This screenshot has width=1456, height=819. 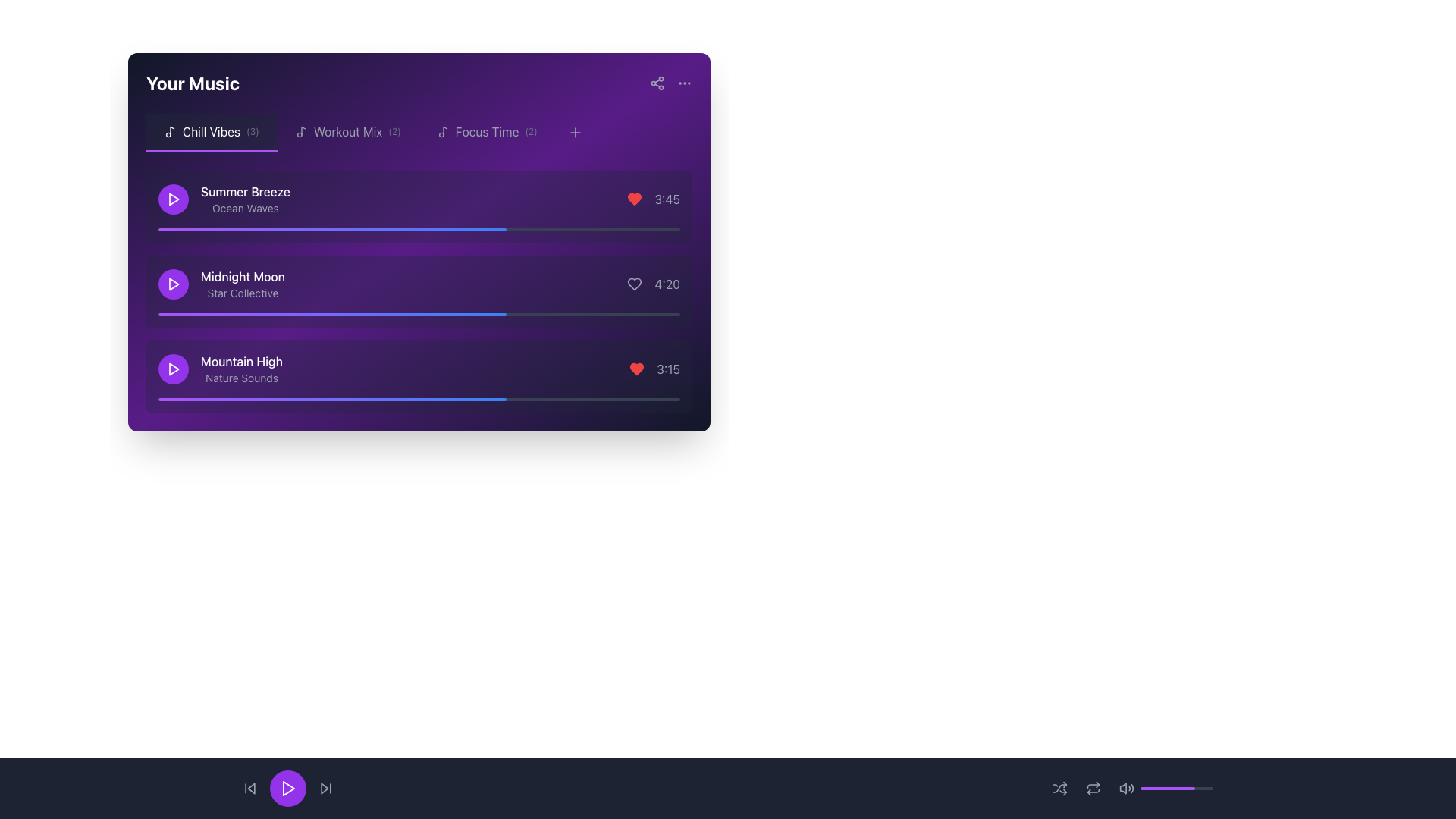 I want to click on the 'Chill Vibes' playlist tab, which features a musical note icon and a numeric indicator '(3)', located in the top left corner of the music player interface, so click(x=211, y=130).